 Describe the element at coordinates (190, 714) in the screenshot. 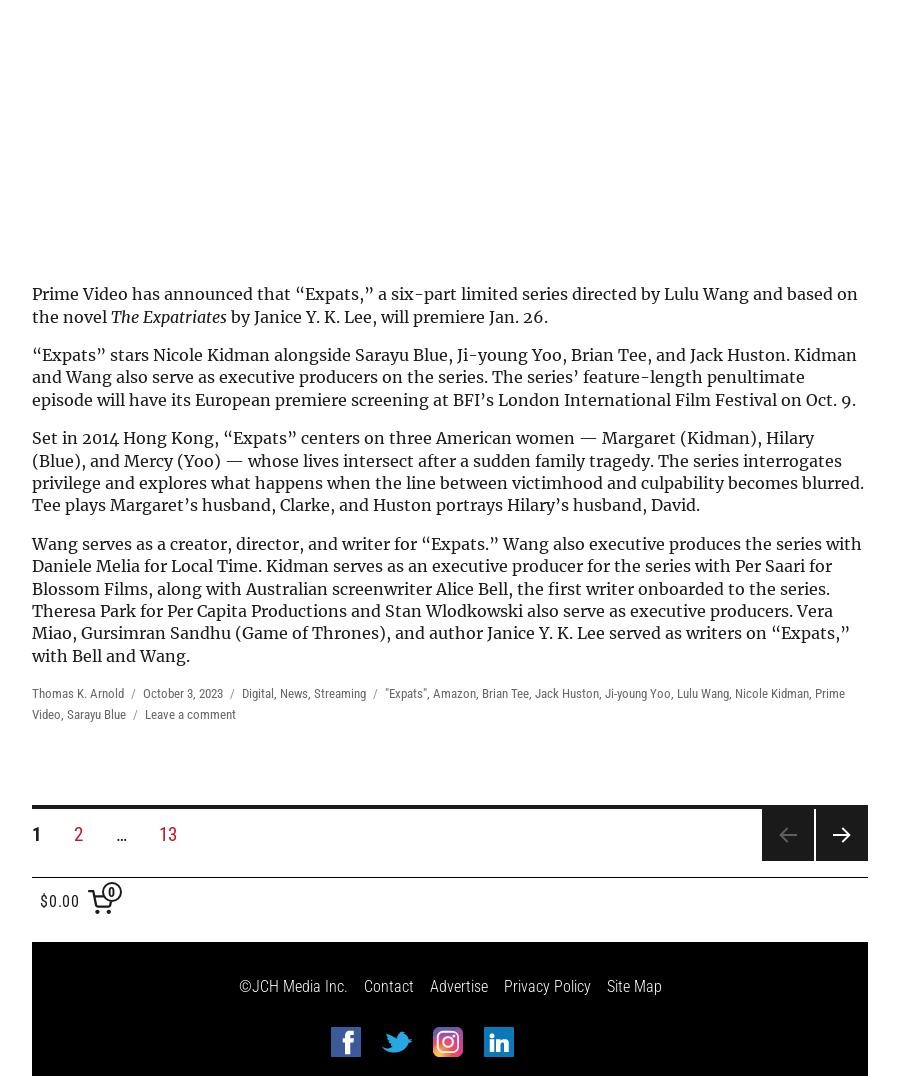

I see `'Leave a comment'` at that location.